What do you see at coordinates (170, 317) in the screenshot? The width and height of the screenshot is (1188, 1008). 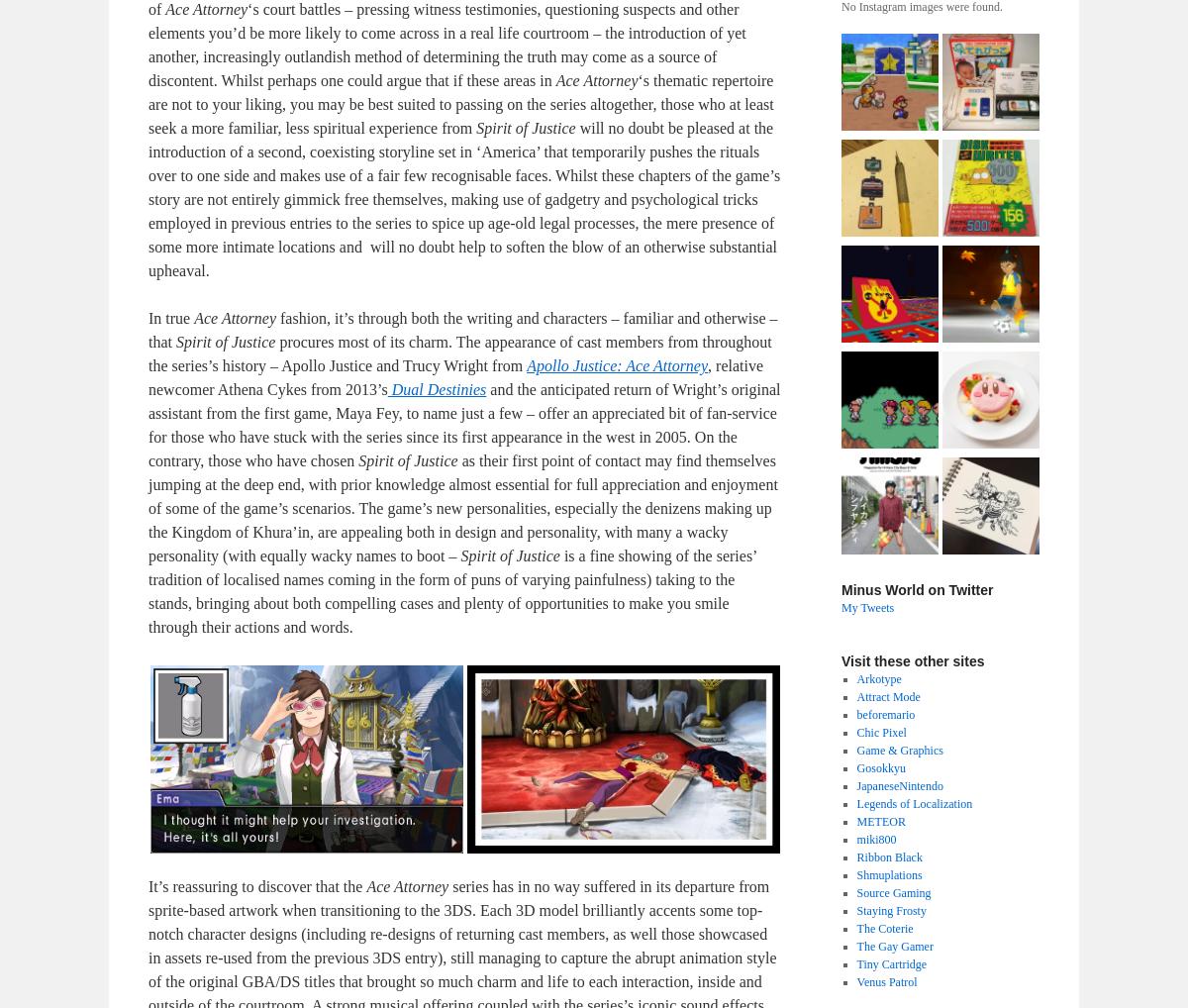 I see `'In true'` at bounding box center [170, 317].